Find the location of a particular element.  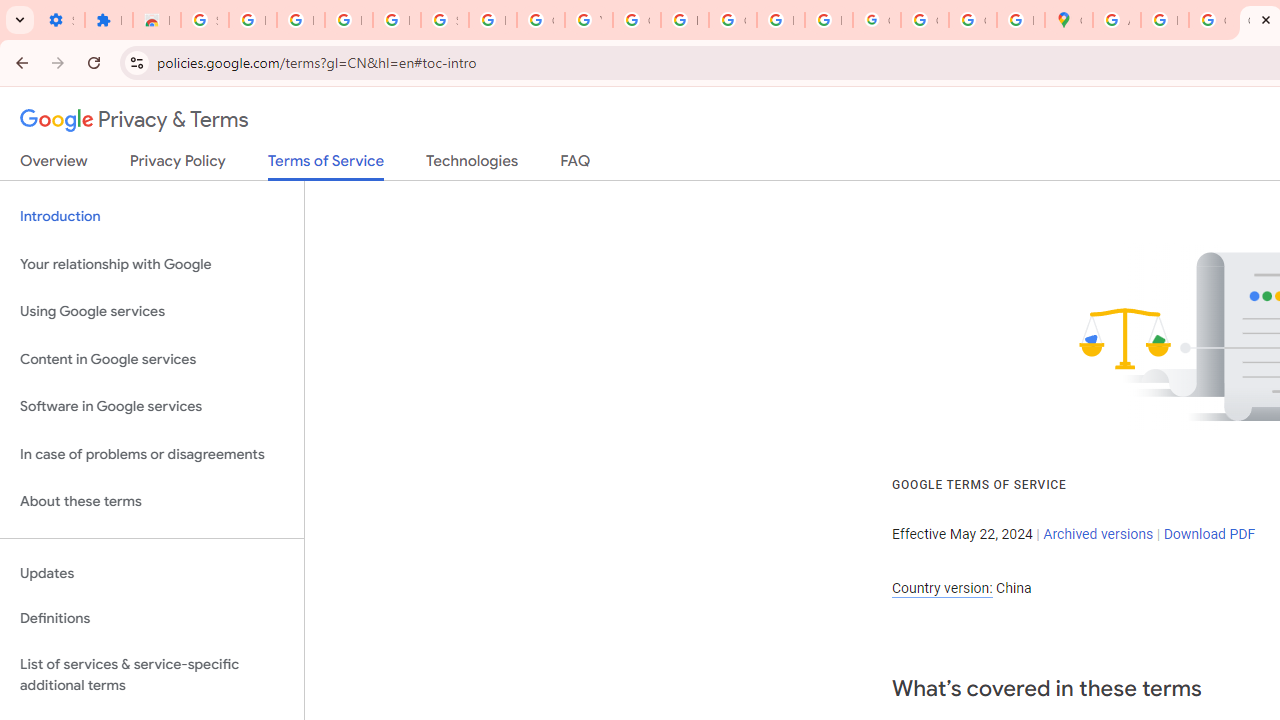

'https://scholar.google.com/' is located at coordinates (684, 20).